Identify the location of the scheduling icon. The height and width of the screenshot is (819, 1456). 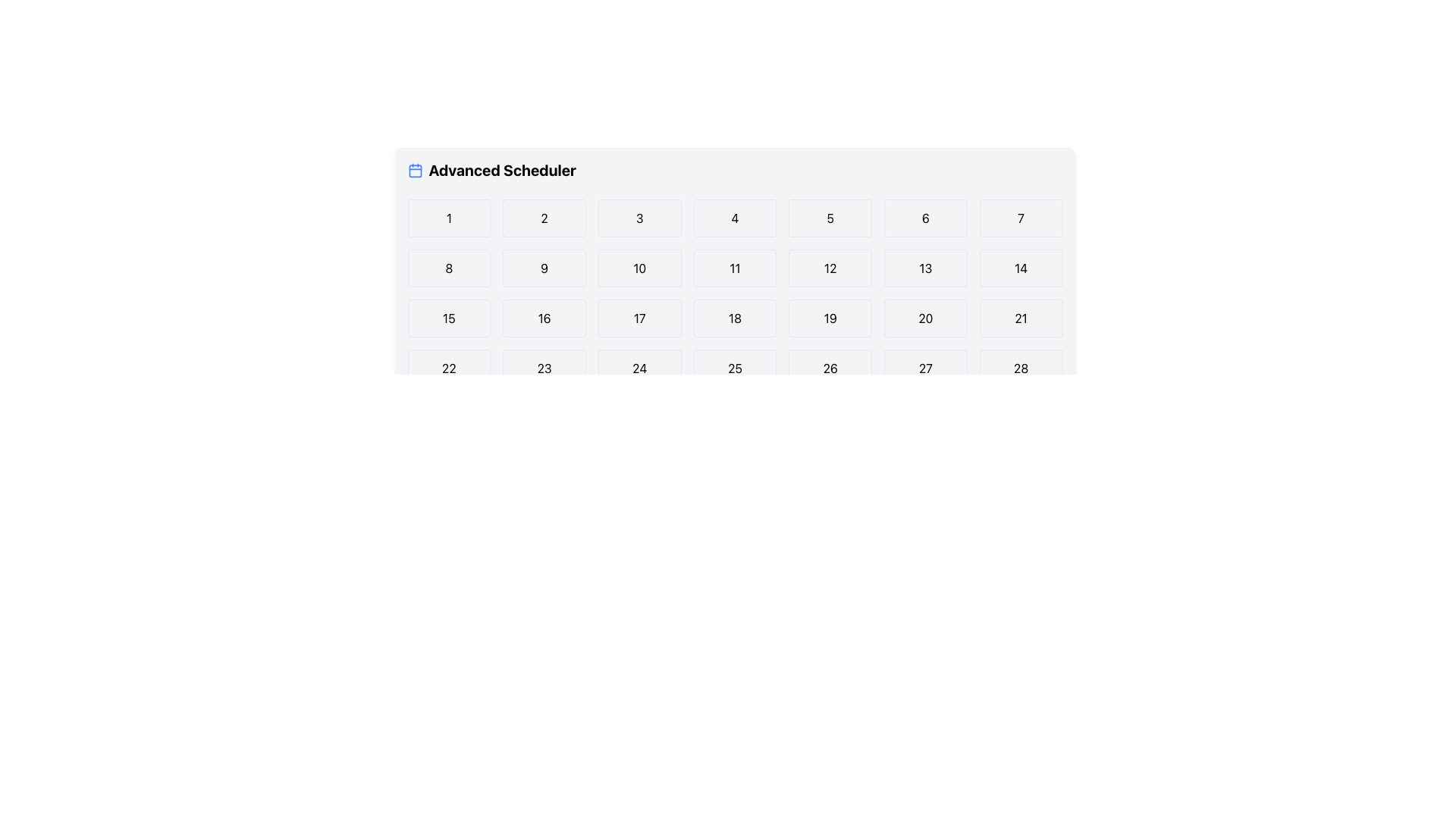
(415, 170).